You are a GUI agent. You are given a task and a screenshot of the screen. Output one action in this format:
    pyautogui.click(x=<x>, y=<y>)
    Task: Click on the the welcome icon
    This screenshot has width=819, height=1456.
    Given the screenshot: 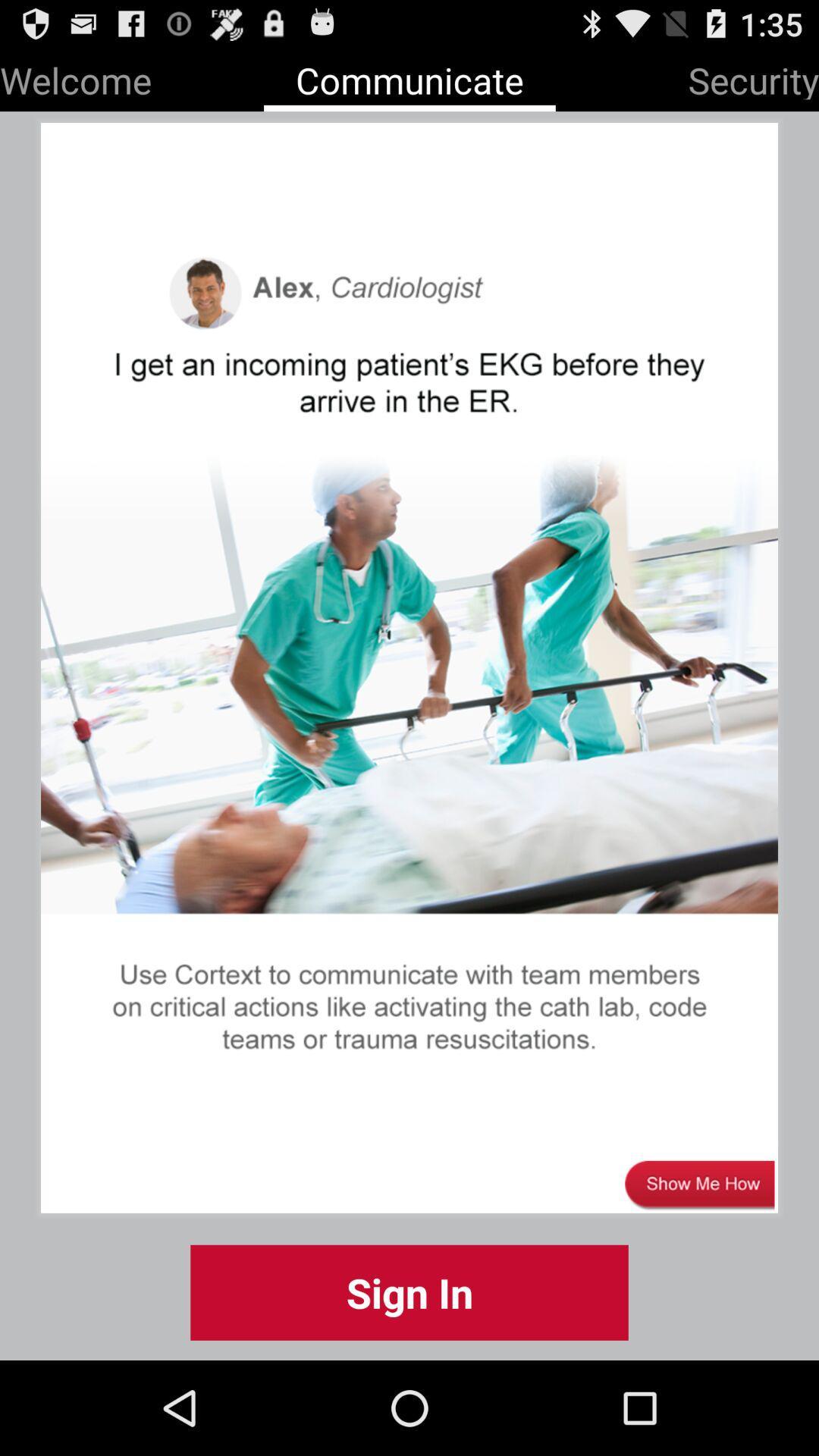 What is the action you would take?
    pyautogui.click(x=76, y=77)
    